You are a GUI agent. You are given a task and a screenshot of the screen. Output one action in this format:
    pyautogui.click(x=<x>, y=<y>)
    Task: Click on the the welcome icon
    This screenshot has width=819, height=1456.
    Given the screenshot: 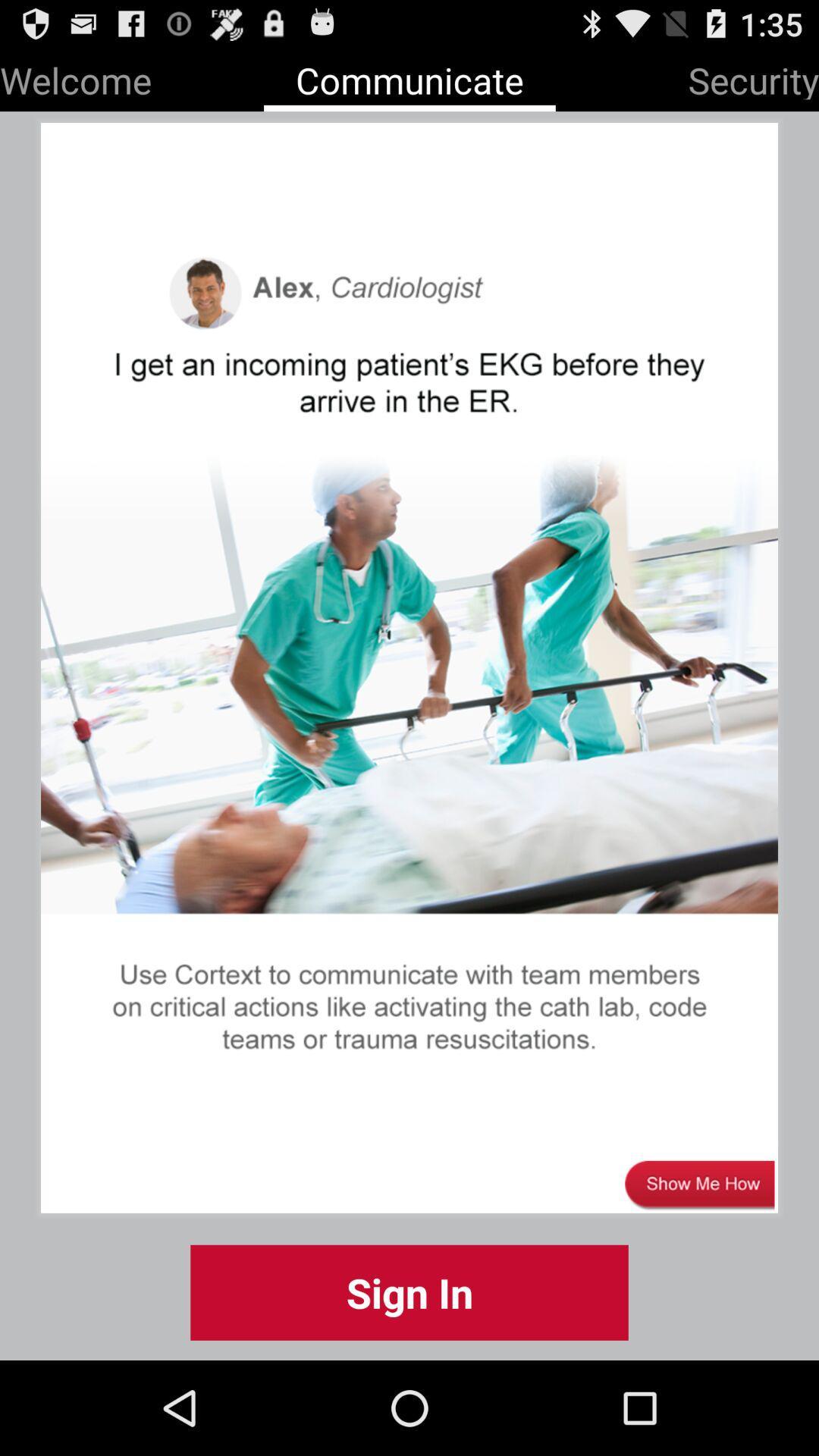 What is the action you would take?
    pyautogui.click(x=76, y=77)
    